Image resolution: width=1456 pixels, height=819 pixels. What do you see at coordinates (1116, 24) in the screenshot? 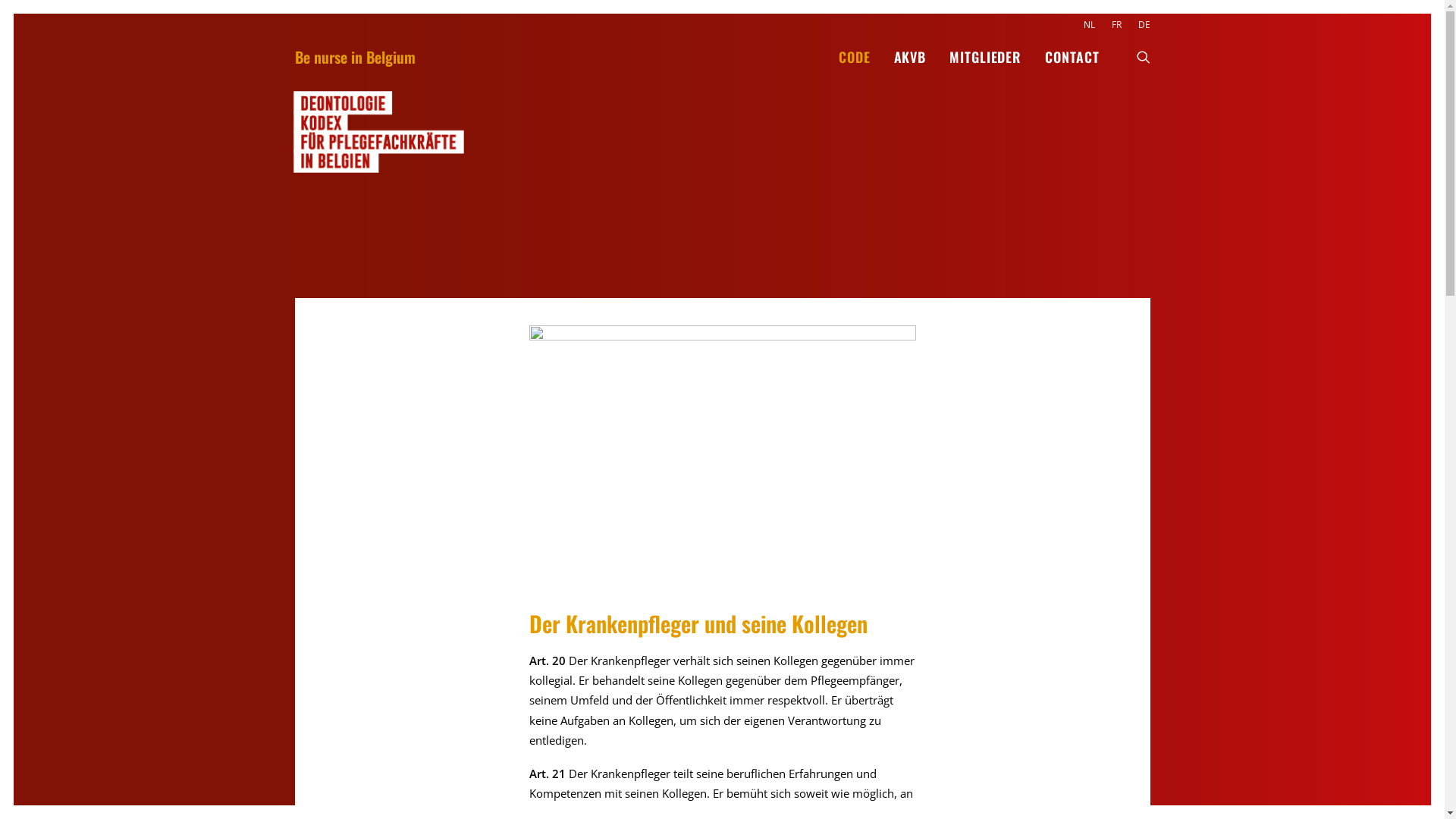
I see `'FR'` at bounding box center [1116, 24].